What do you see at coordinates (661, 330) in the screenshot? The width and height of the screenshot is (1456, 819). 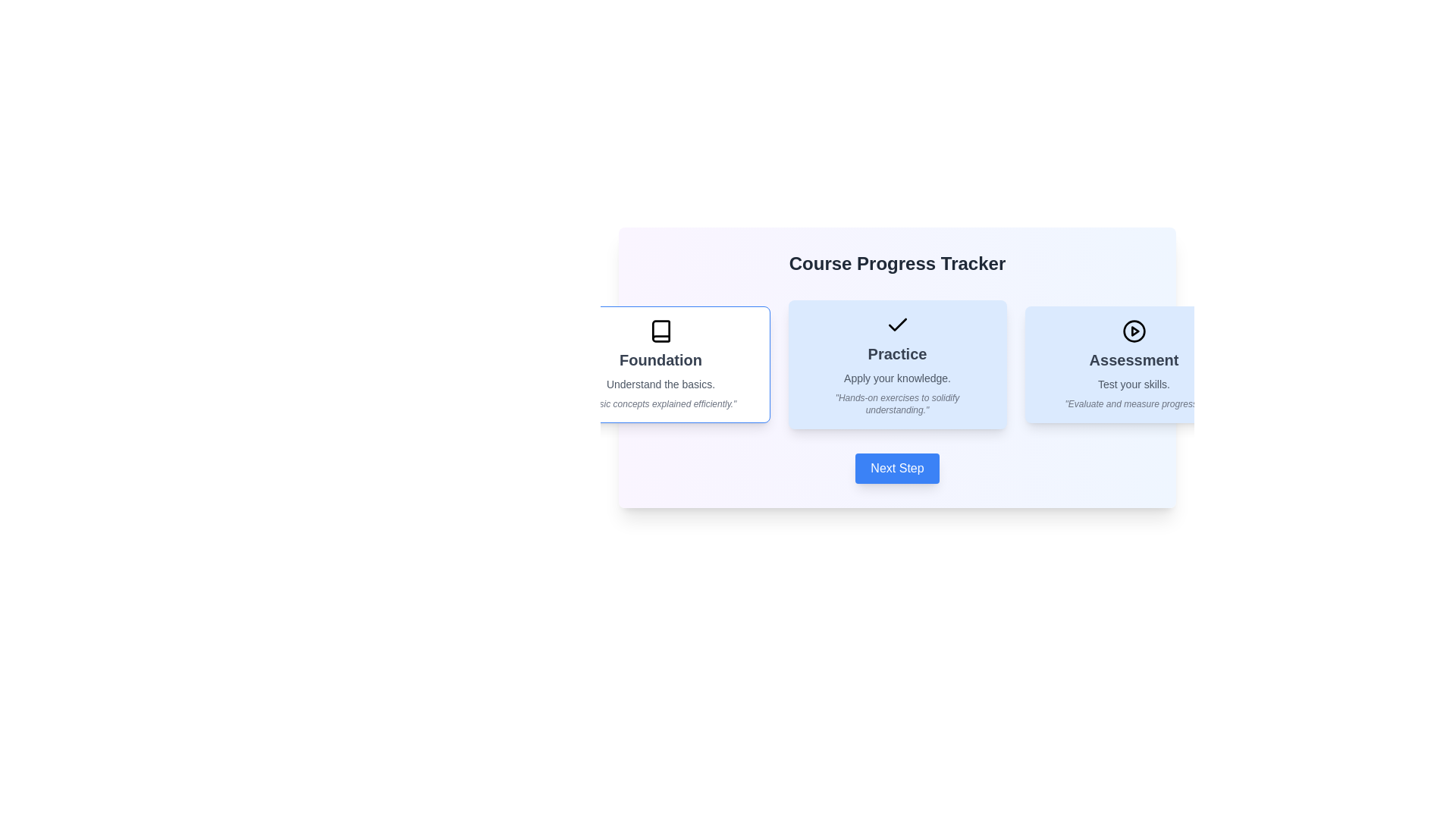 I see `the decorative icon located at the top of the 'Foundation' card, preceding the text 'Foundation' and 'Understand the basics.'` at bounding box center [661, 330].